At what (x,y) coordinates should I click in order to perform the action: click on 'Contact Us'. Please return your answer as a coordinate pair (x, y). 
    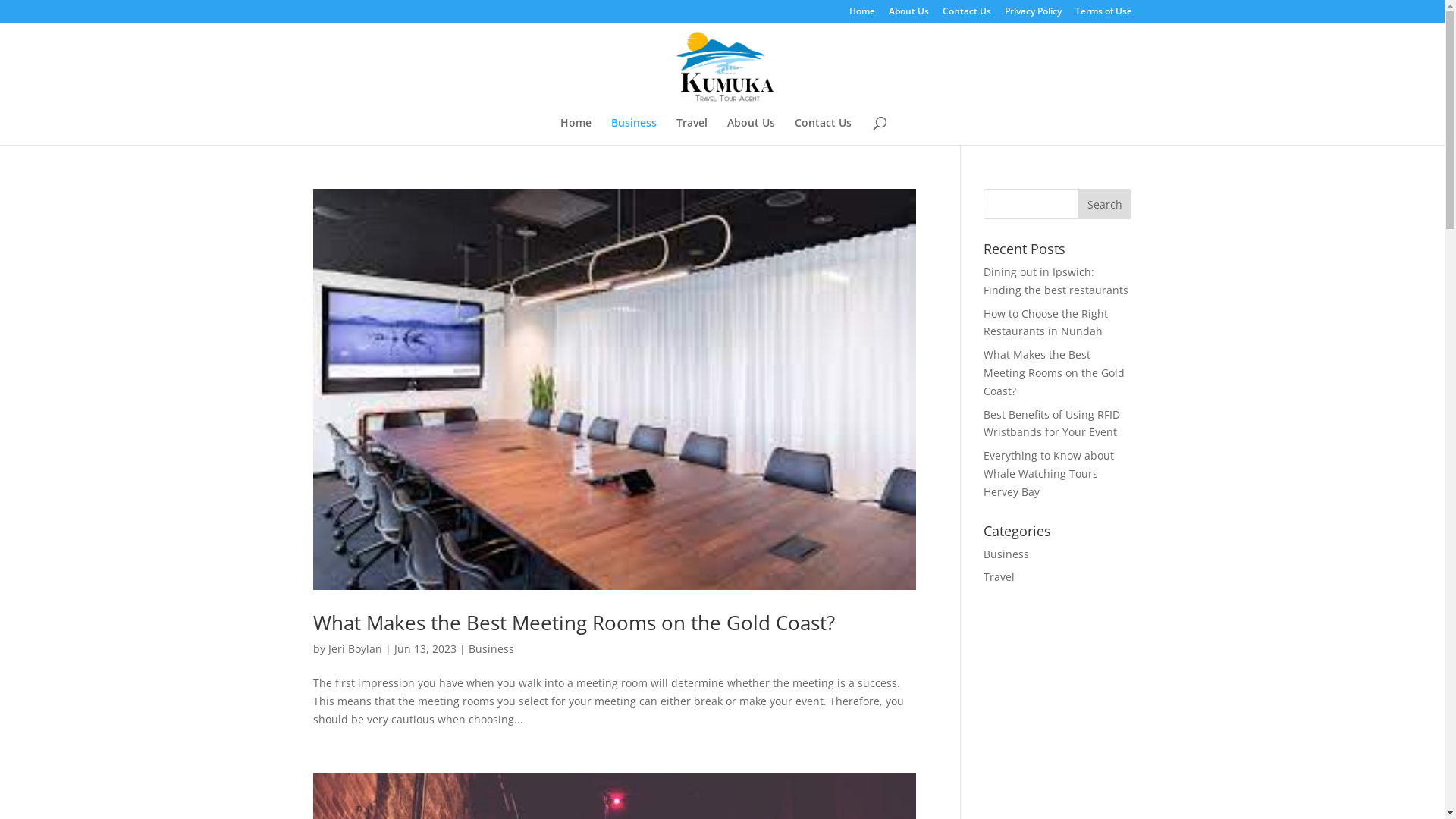
    Looking at the image, I should click on (822, 130).